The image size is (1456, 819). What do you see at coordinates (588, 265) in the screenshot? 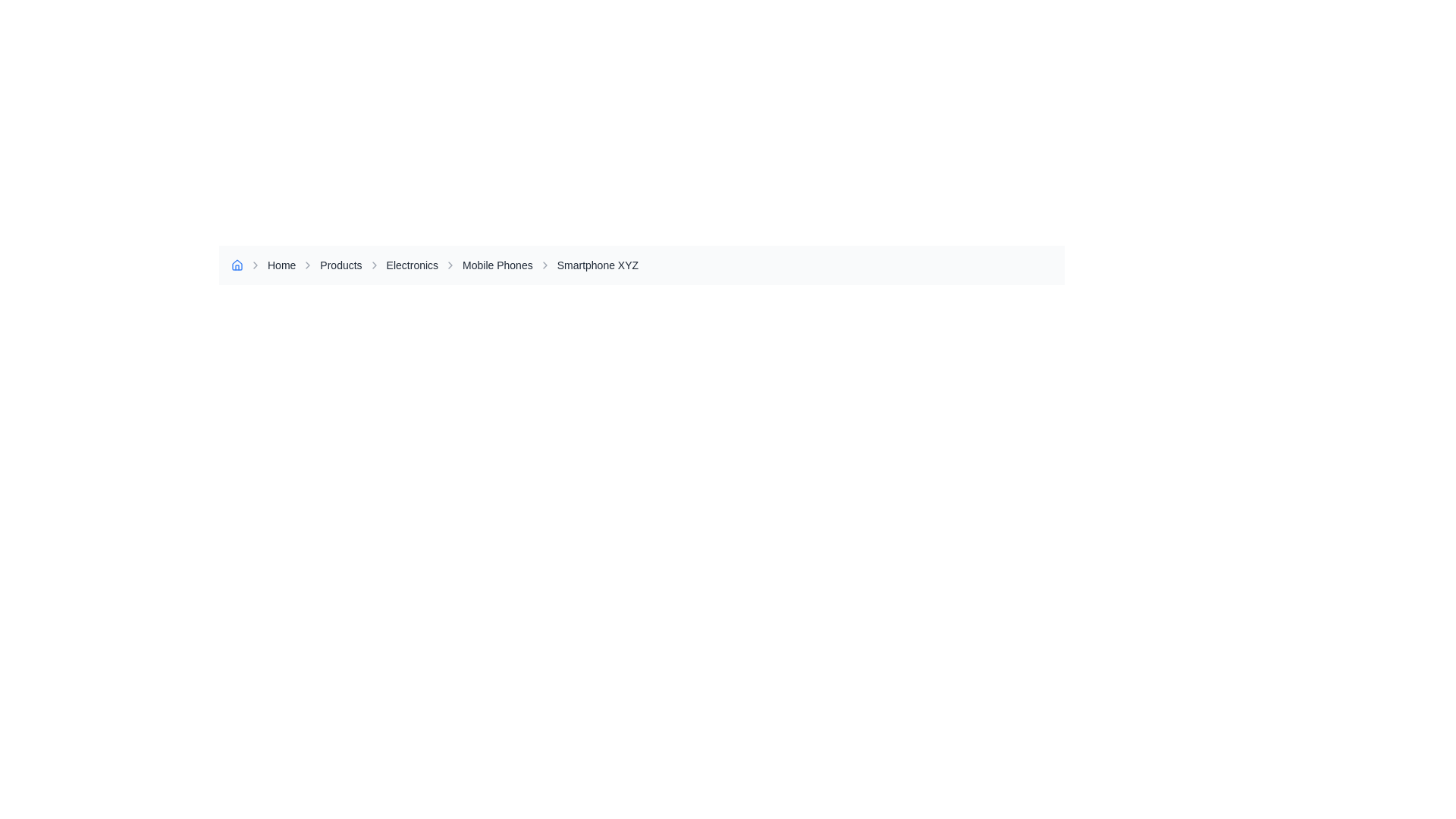
I see `the 'Smartphone XYZ' text link within the breadcrumb navigation` at bounding box center [588, 265].